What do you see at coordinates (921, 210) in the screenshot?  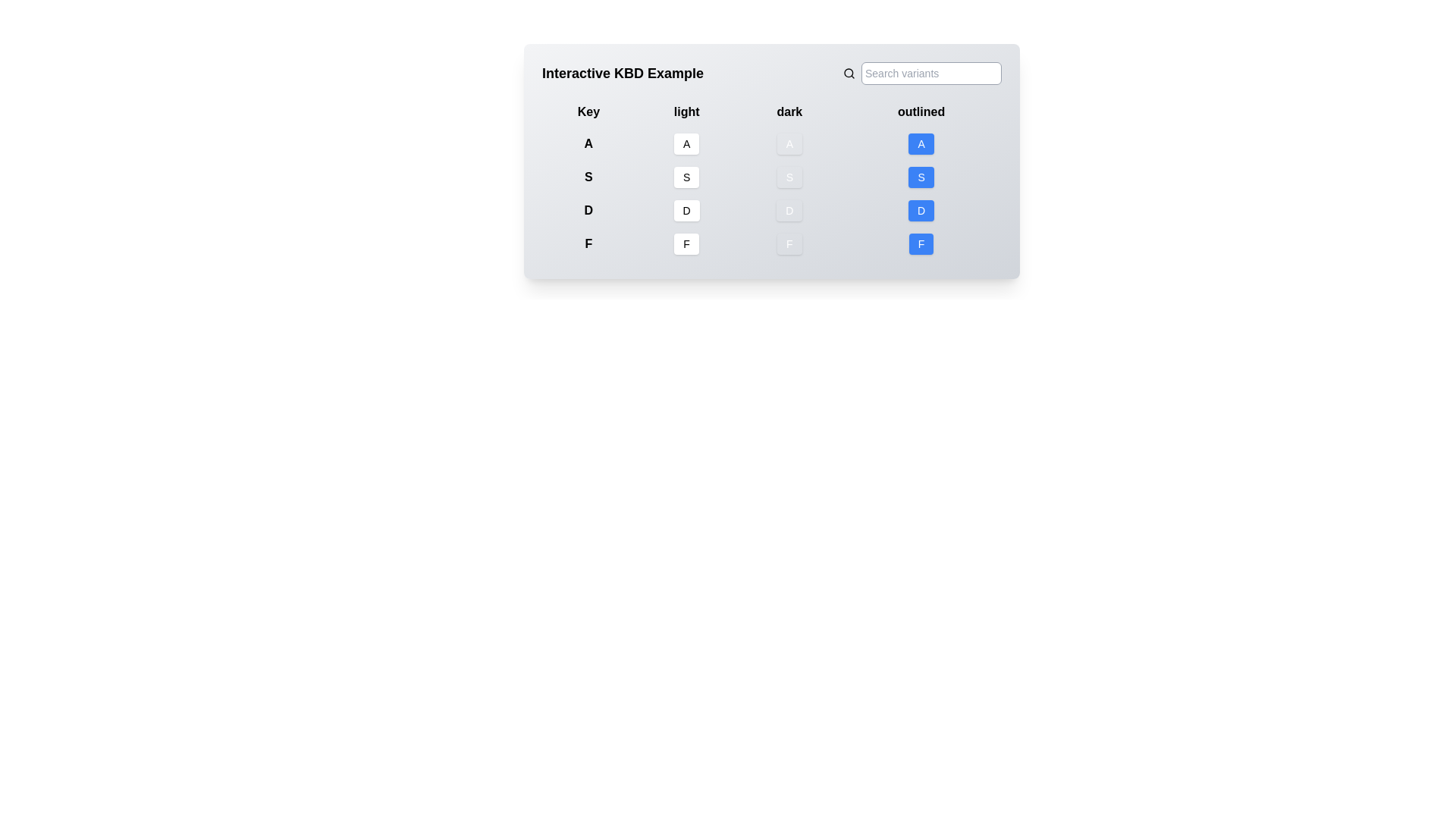 I see `the small rectangular button with the letter 'D' in white on a blue background, located in the outlined column, specifically the third button in that column` at bounding box center [921, 210].